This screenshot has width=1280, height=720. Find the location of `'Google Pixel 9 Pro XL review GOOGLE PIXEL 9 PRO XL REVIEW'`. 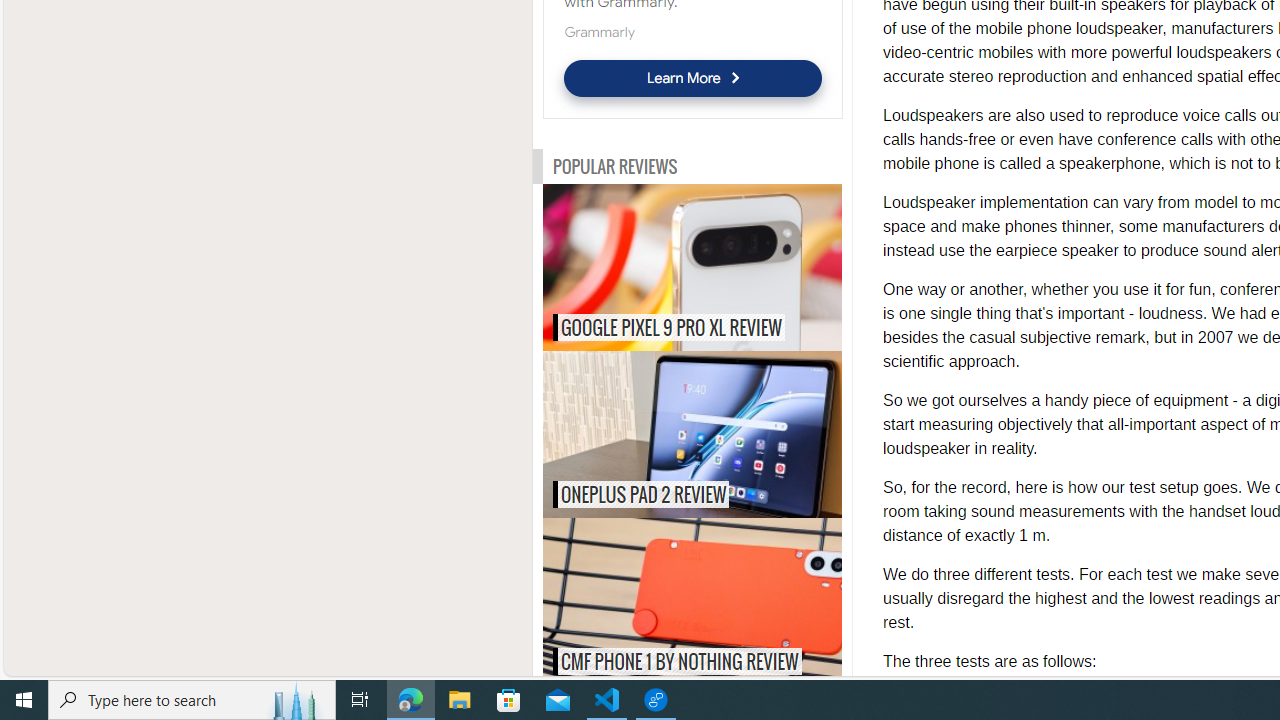

'Google Pixel 9 Pro XL review GOOGLE PIXEL 9 PRO XL REVIEW' is located at coordinates (692, 266).